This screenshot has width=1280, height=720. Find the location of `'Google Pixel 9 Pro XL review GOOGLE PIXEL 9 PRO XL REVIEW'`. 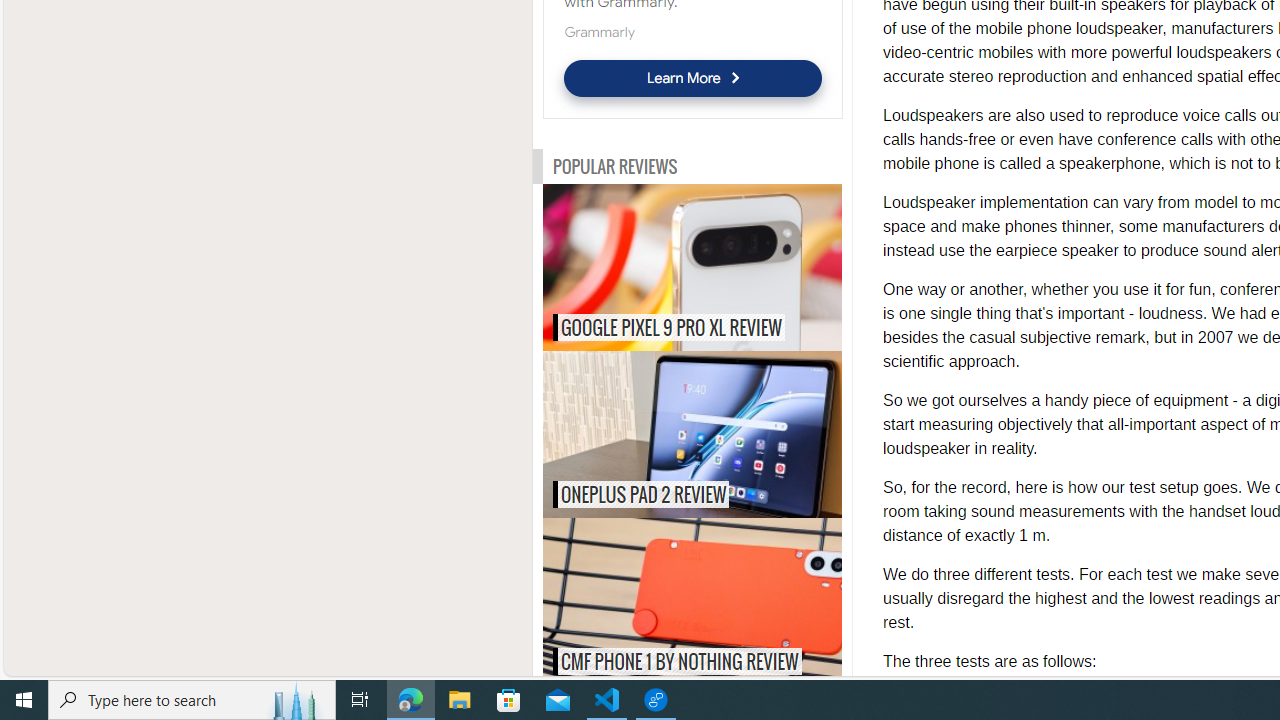

'Google Pixel 9 Pro XL review GOOGLE PIXEL 9 PRO XL REVIEW' is located at coordinates (692, 266).